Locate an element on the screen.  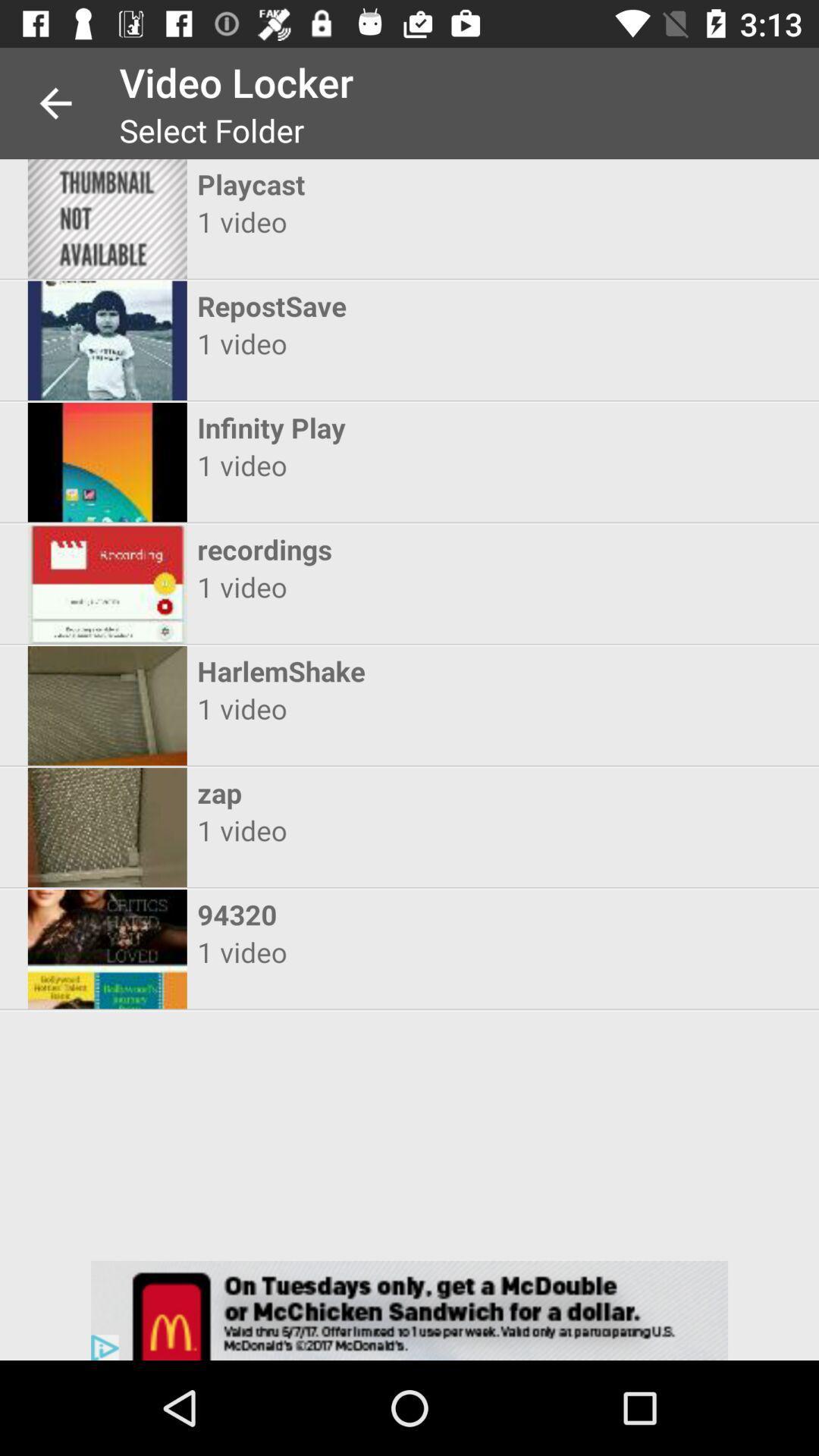
app to the left of video locker app is located at coordinates (55, 102).